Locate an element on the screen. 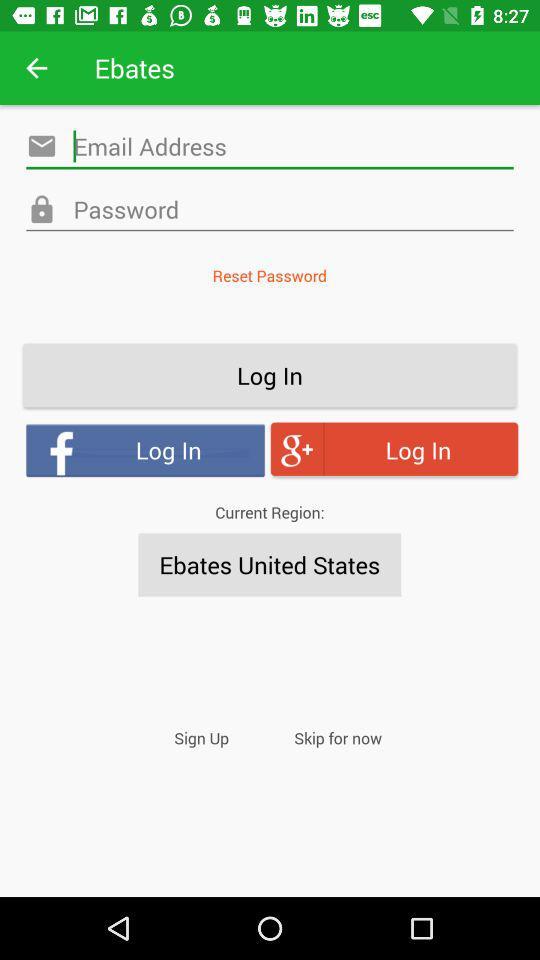 The height and width of the screenshot is (960, 540). password is located at coordinates (270, 210).